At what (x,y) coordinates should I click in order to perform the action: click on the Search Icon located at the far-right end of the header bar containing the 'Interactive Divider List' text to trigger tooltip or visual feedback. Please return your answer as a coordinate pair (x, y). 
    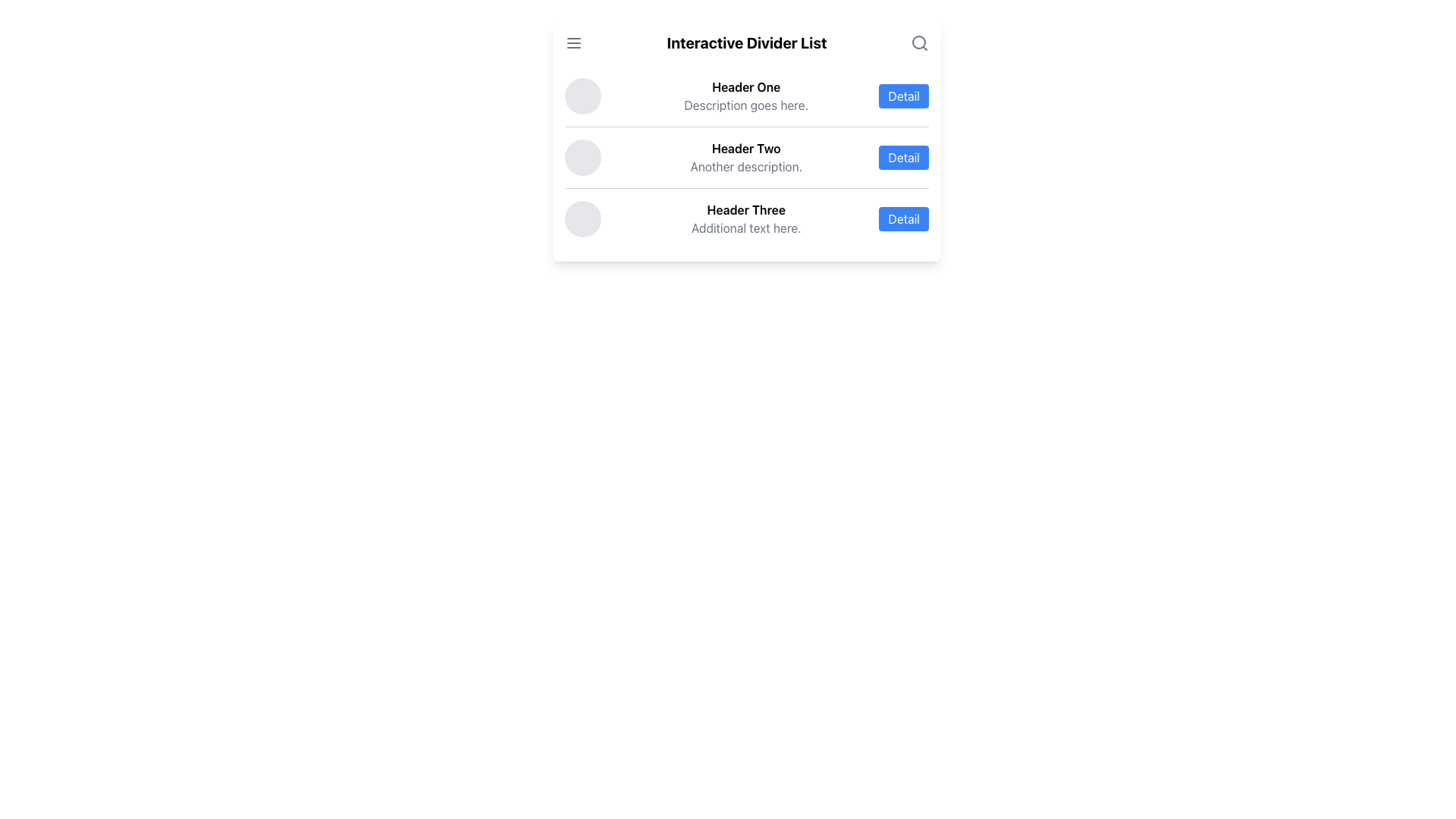
    Looking at the image, I should click on (919, 42).